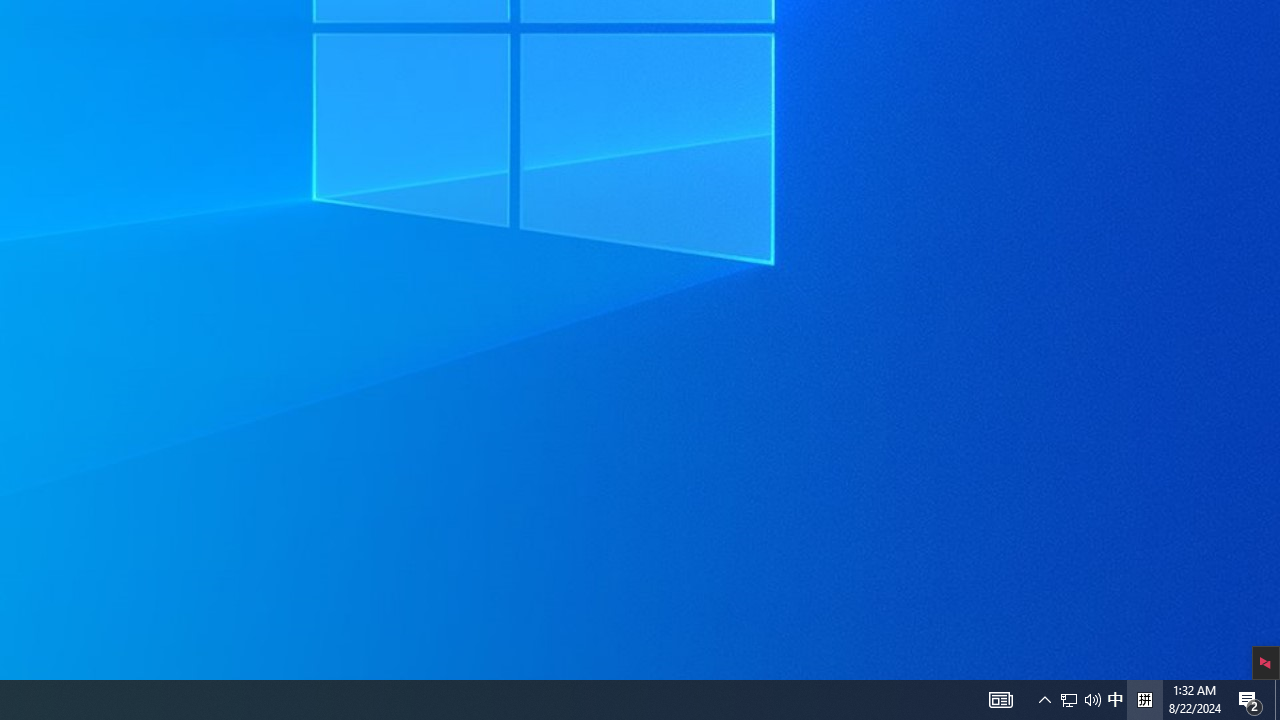 The image size is (1280, 720). What do you see at coordinates (1068, 698) in the screenshot?
I see `'Q2790: 100%'` at bounding box center [1068, 698].